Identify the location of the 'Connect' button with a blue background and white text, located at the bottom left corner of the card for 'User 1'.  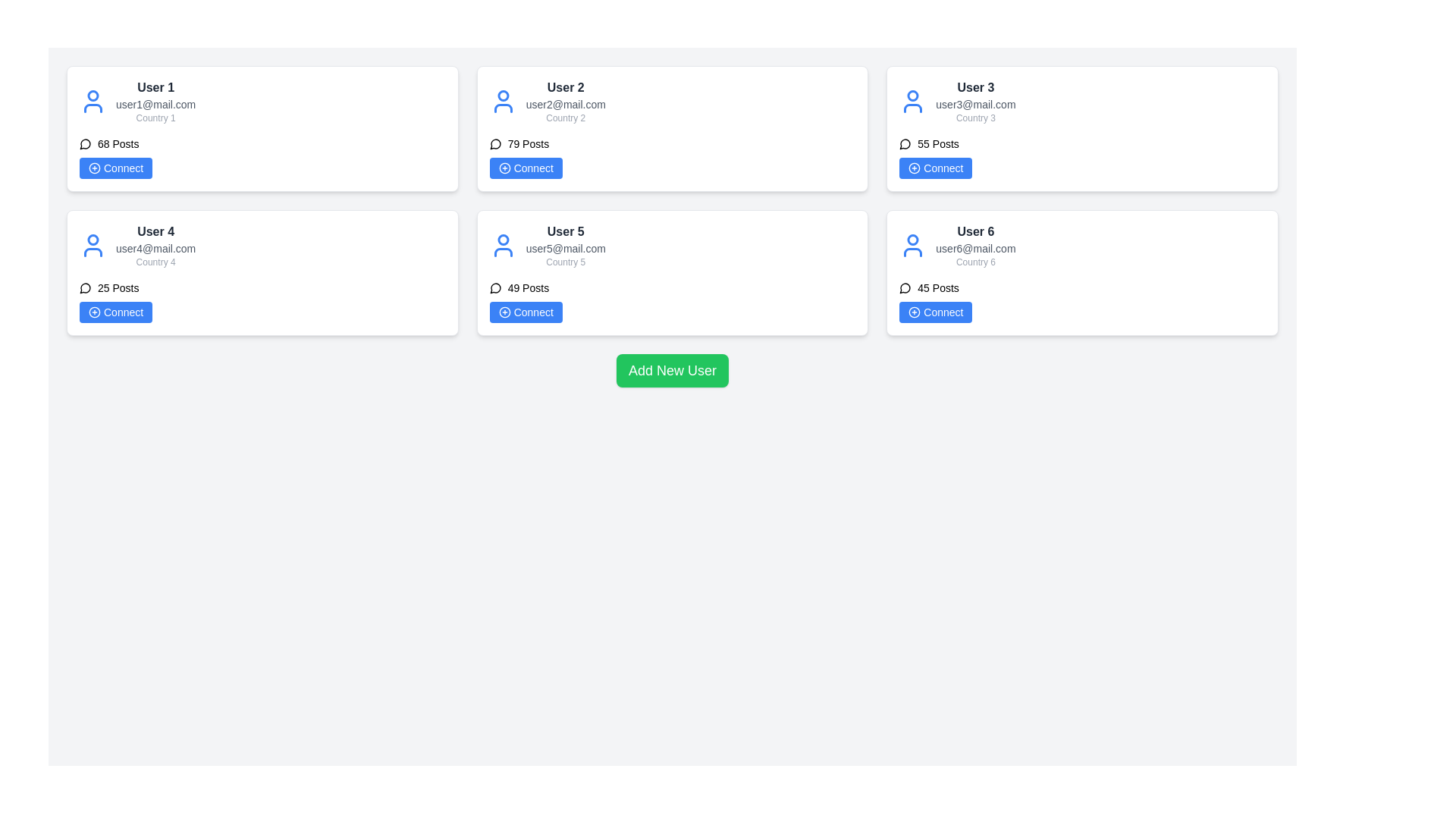
(115, 168).